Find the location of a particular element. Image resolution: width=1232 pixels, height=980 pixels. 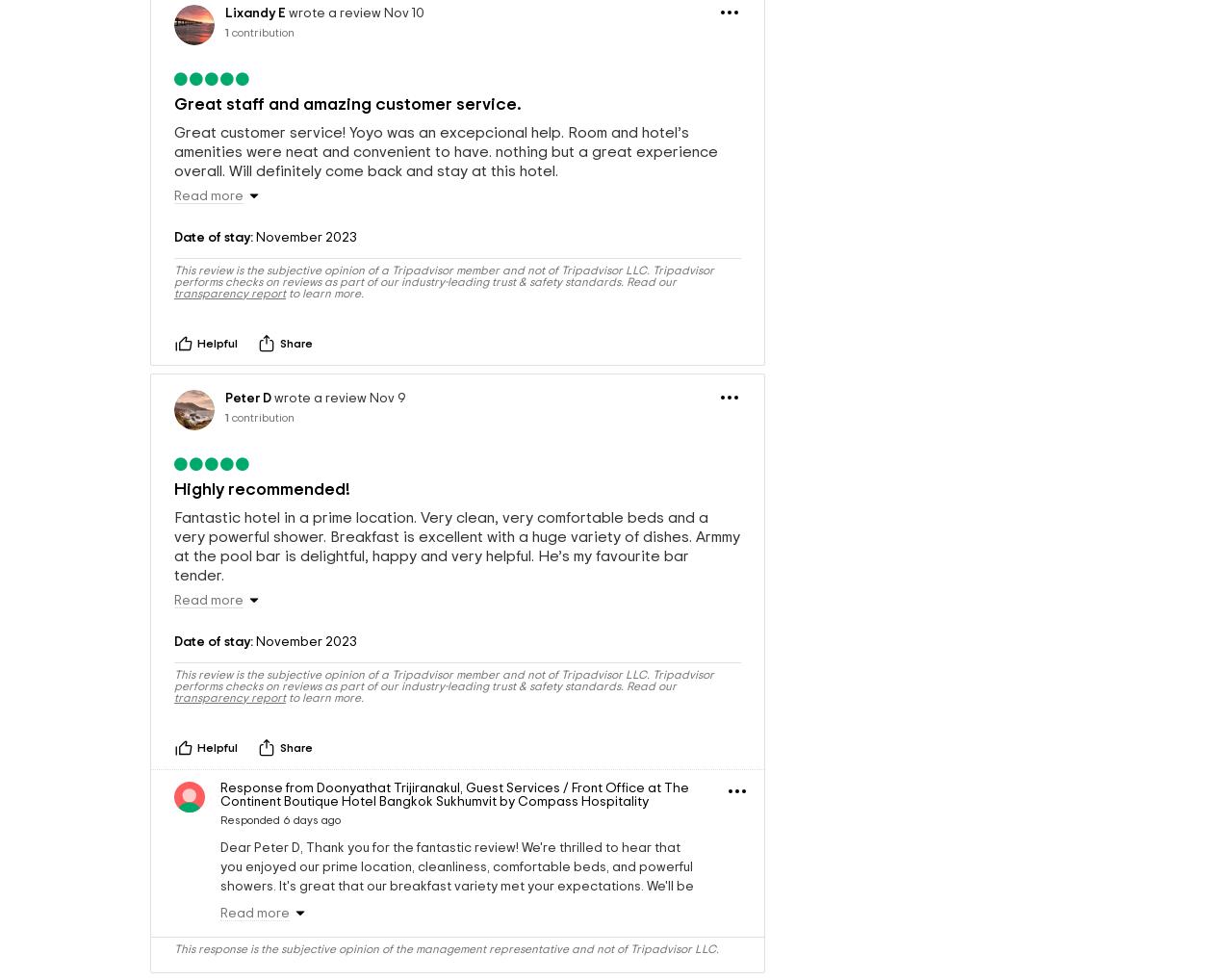

'6 days ago' is located at coordinates (311, 872).